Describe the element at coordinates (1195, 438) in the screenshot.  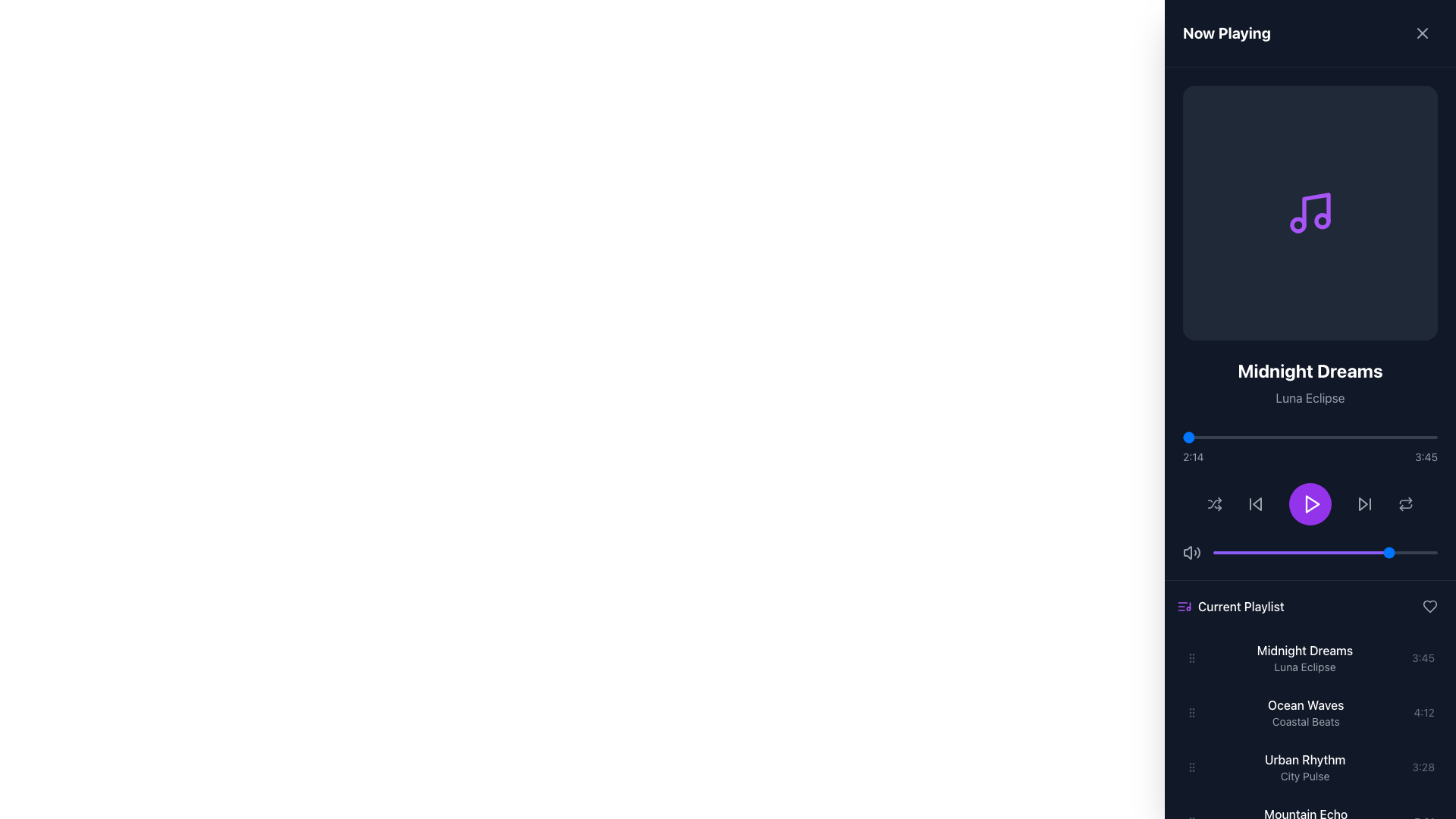
I see `playback position` at that location.